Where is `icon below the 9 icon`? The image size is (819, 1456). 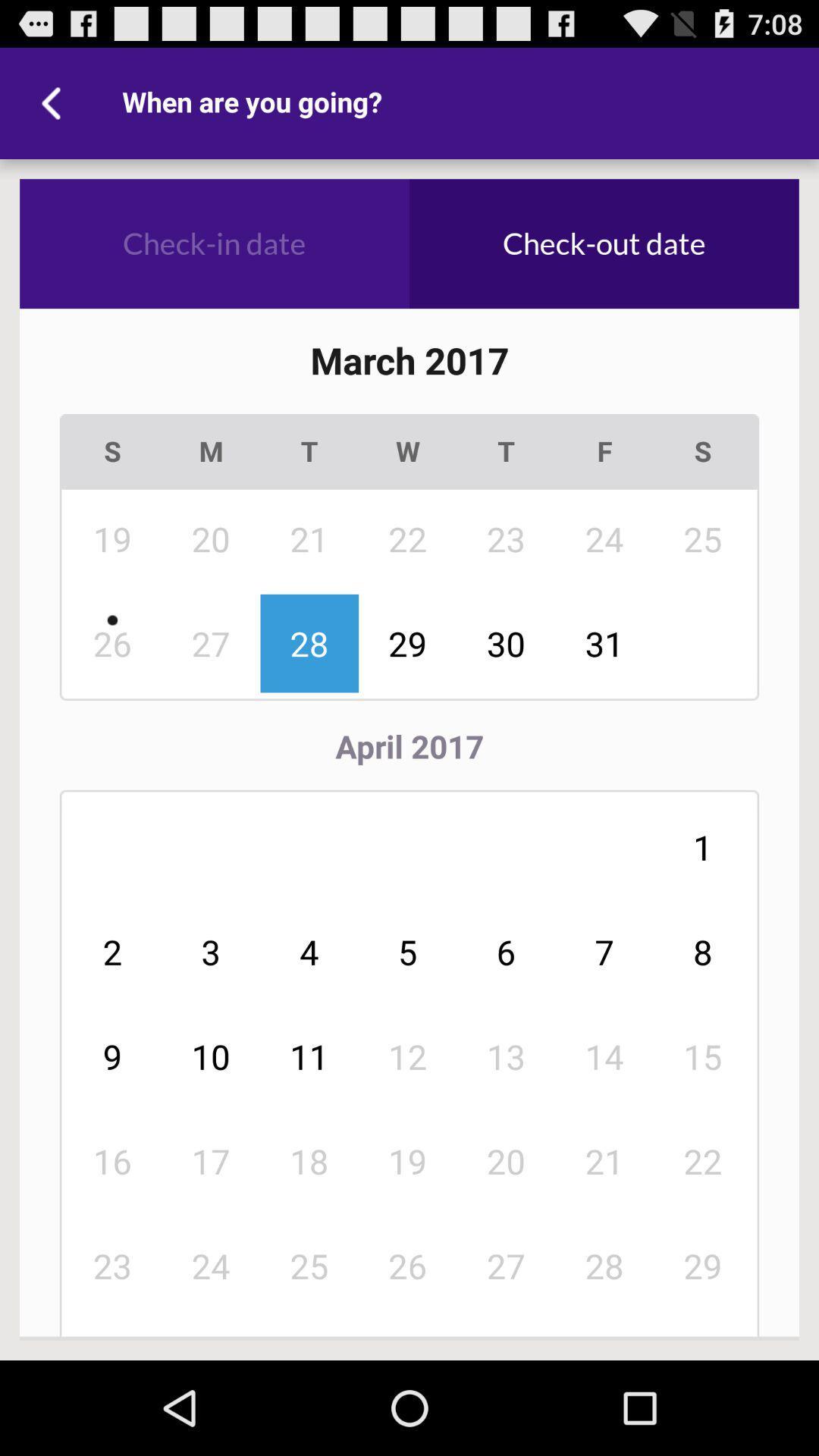 icon below the 9 icon is located at coordinates (211, 1160).